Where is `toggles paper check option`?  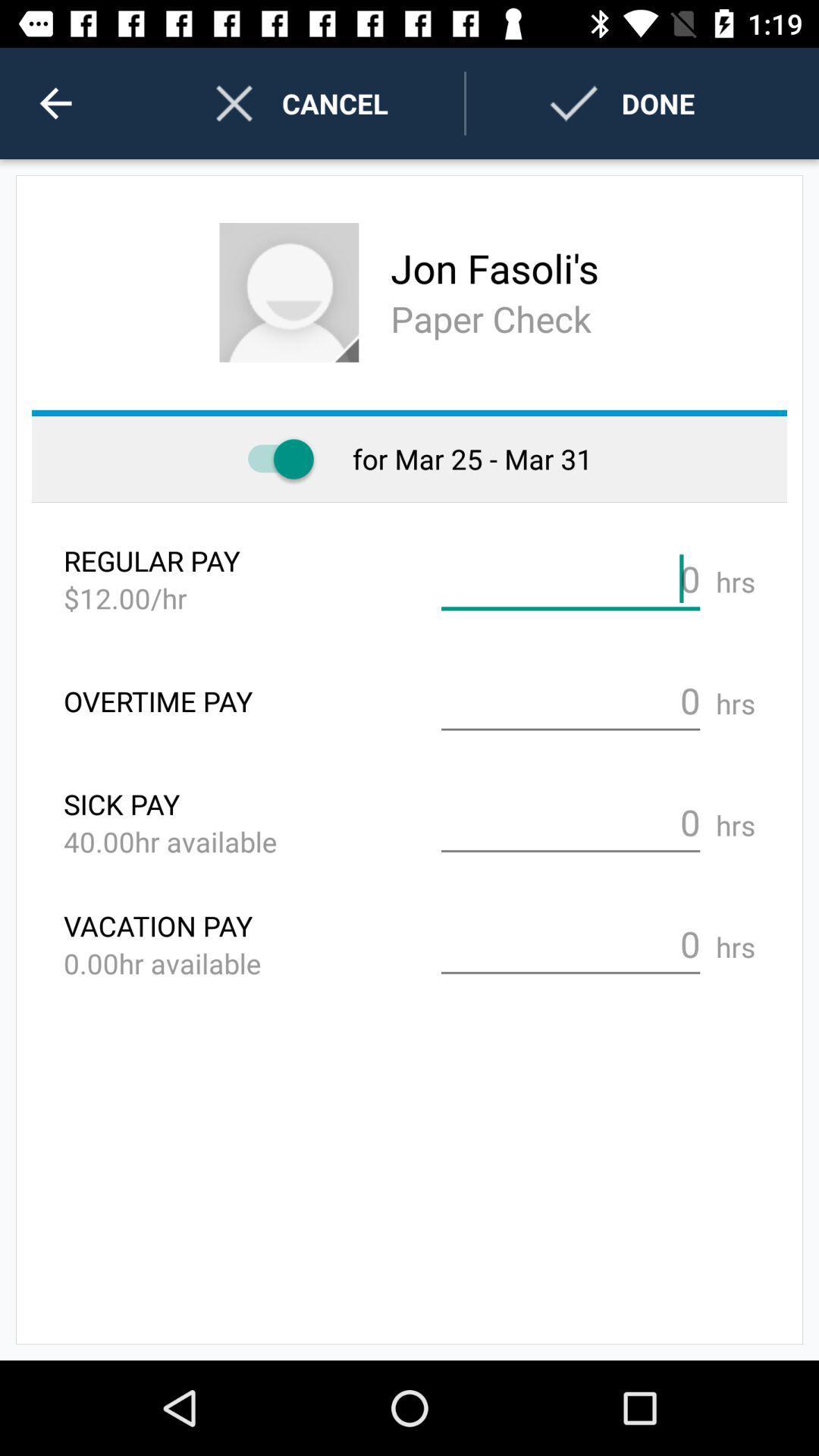
toggles paper check option is located at coordinates (273, 458).